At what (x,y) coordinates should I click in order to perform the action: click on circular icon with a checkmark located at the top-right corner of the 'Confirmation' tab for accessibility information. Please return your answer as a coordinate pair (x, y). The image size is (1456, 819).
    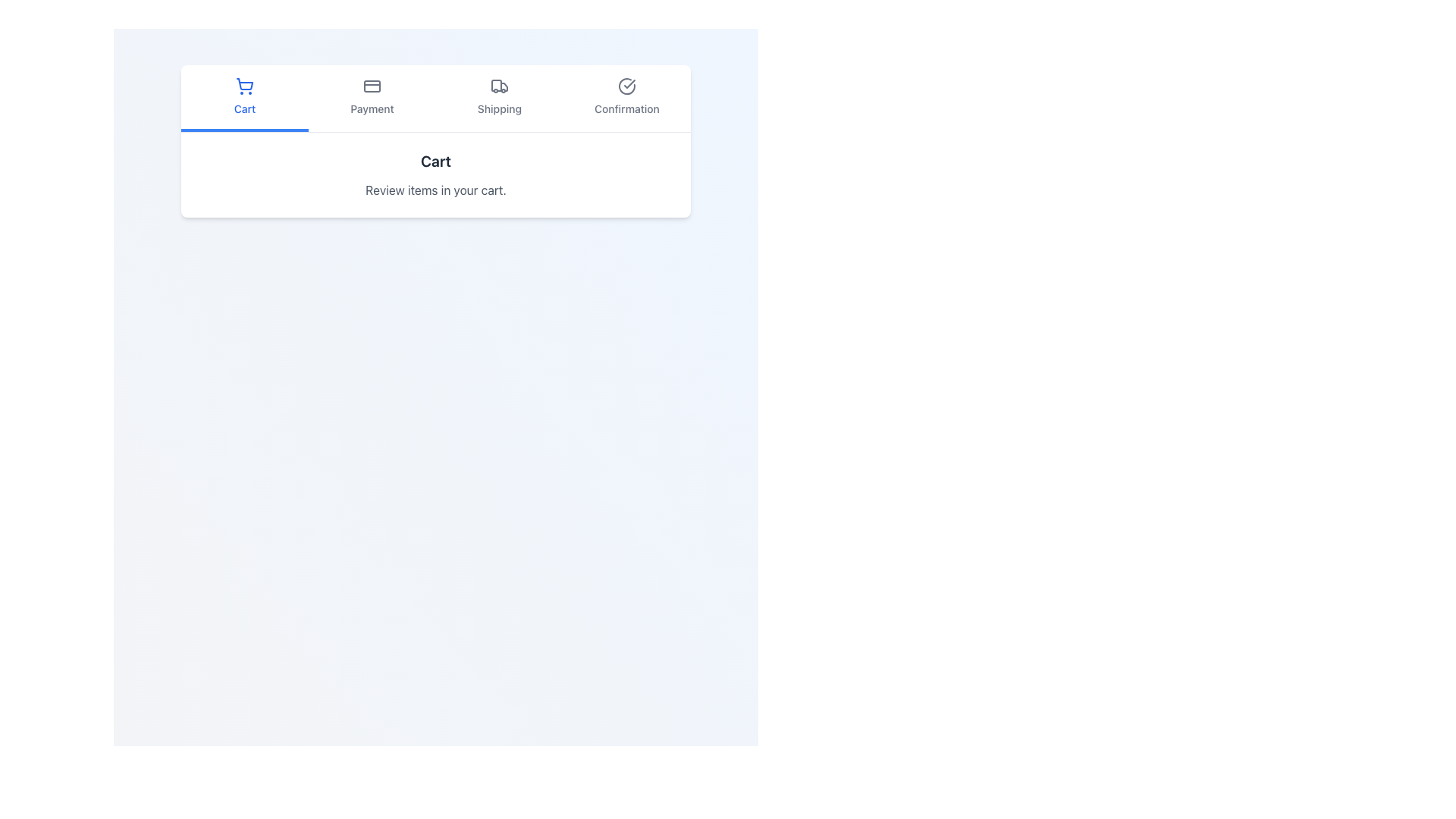
    Looking at the image, I should click on (626, 86).